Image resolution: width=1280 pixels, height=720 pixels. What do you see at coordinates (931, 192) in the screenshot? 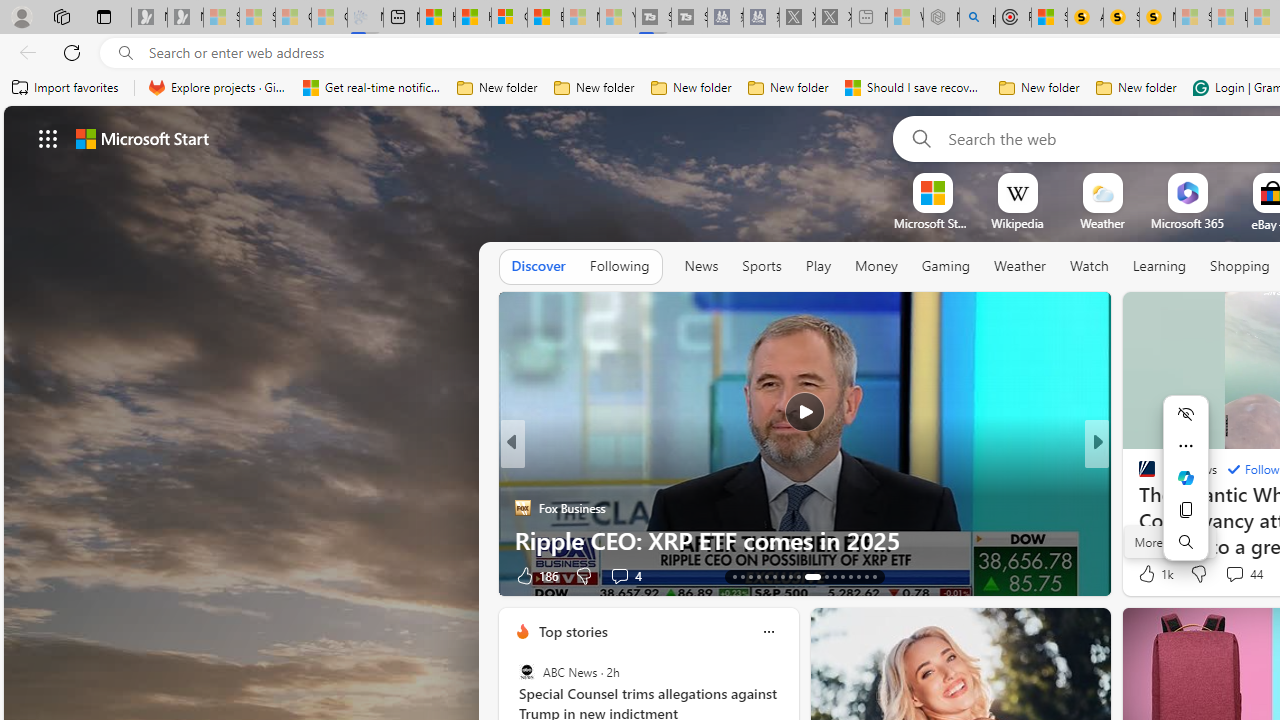
I see `'To get missing image descriptions, open the context menu.'` at bounding box center [931, 192].